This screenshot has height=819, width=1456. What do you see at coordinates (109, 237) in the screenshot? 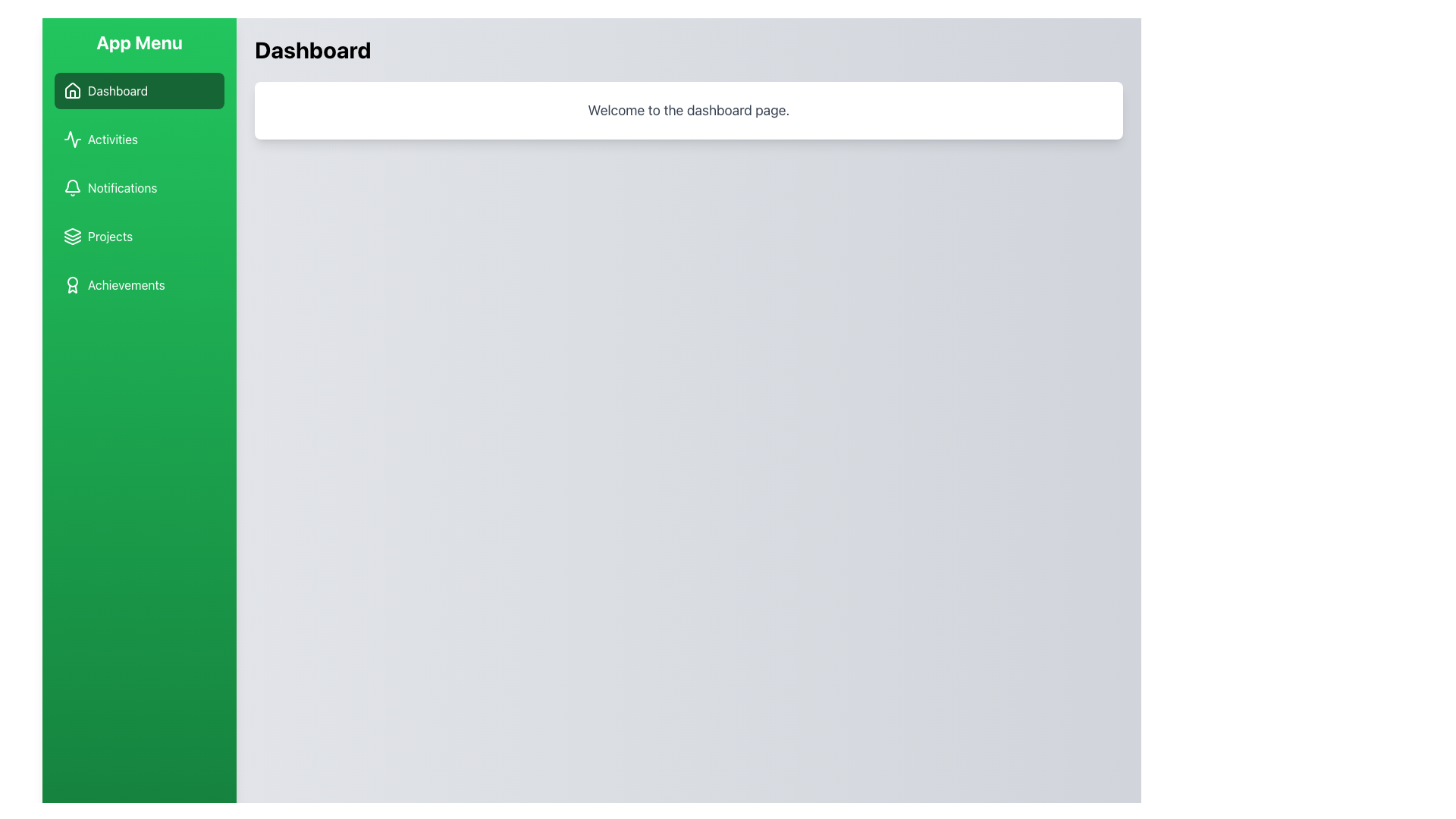
I see `text of the 'Projects' label located in the sidebar menu, which is the fourth item after 'Dashboard,' 'Activities,' and 'Notifications.'` at bounding box center [109, 237].